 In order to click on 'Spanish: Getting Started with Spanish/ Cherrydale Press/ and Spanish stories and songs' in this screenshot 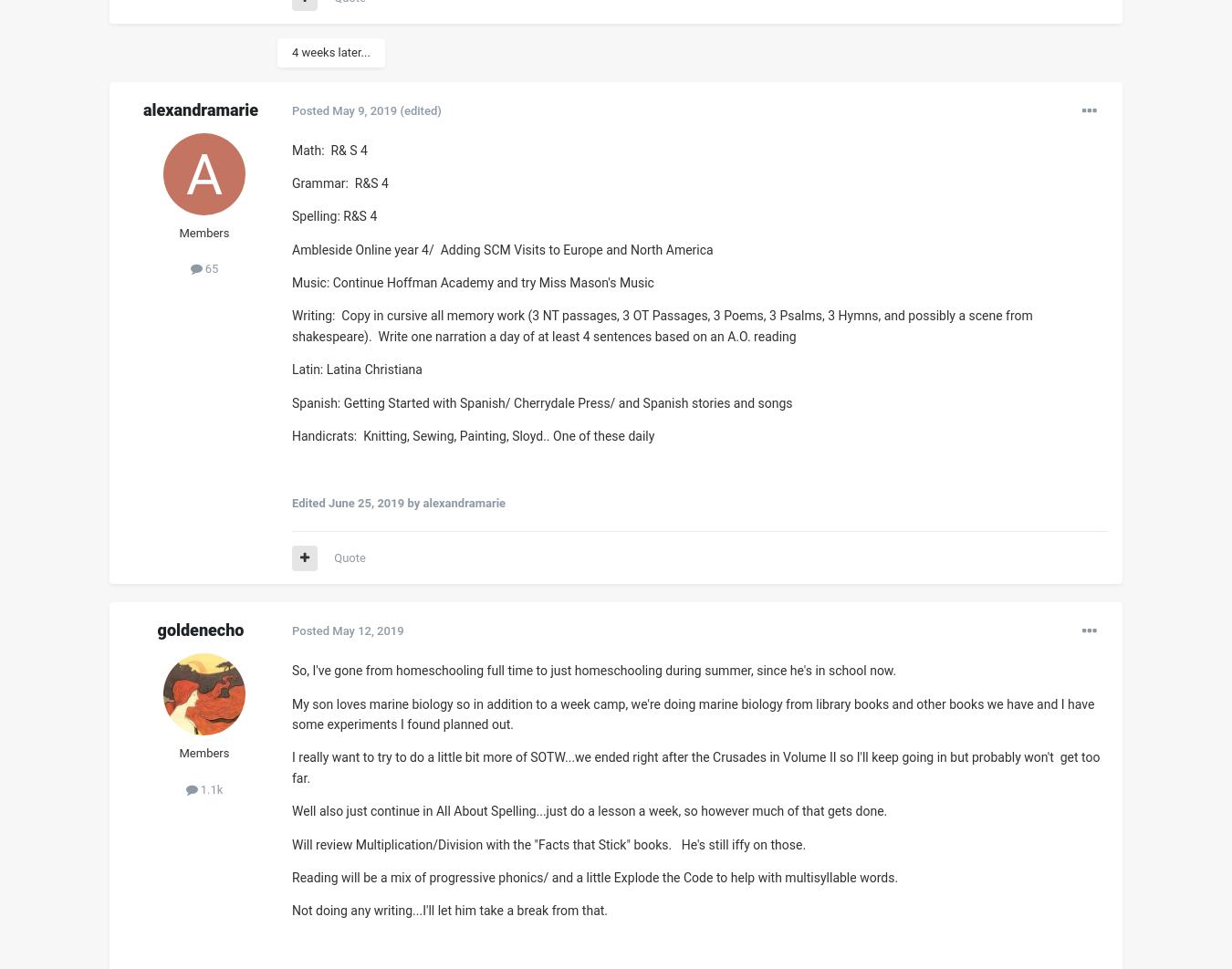, I will do `click(542, 401)`.